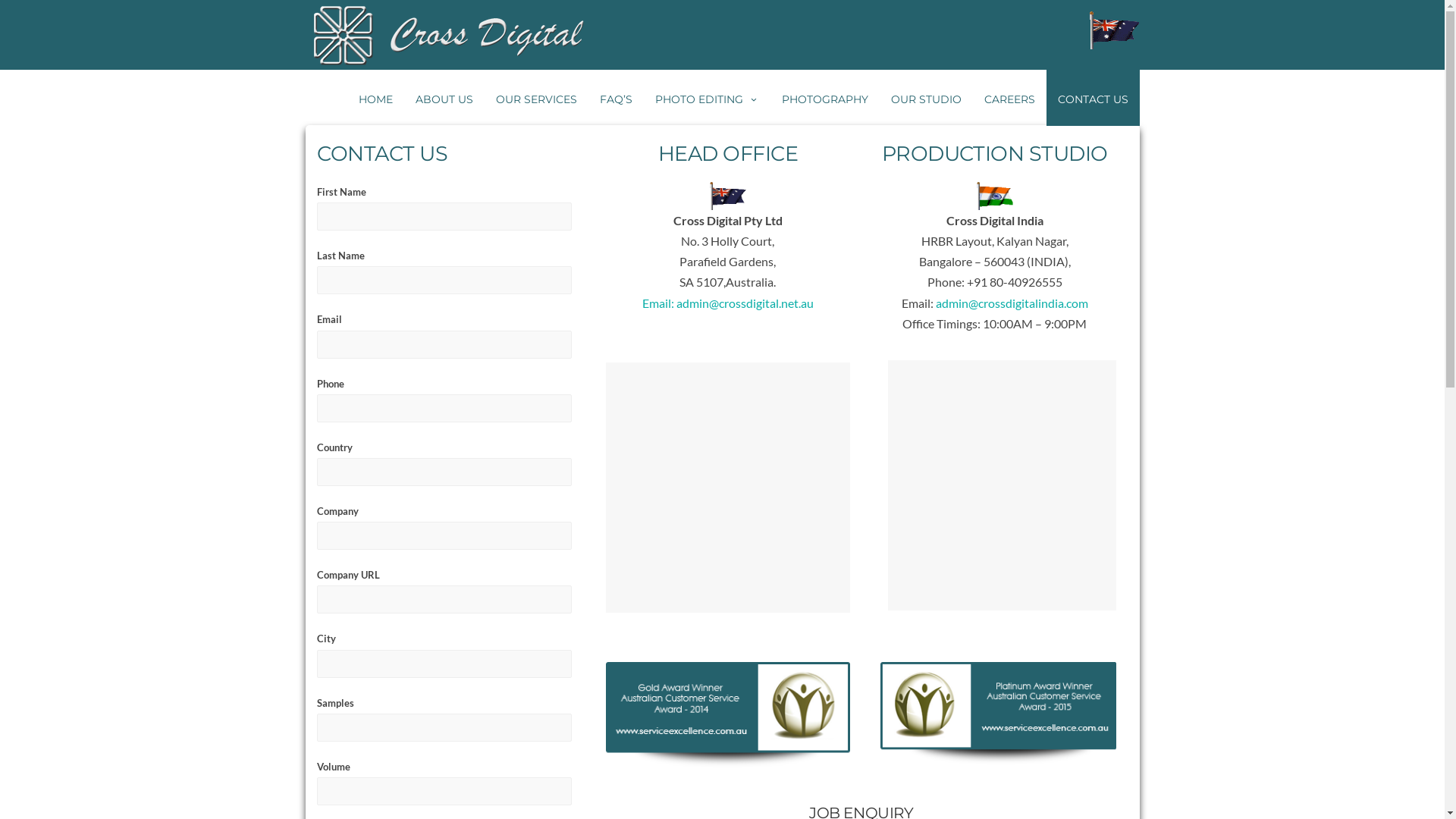 The width and height of the screenshot is (1456, 819). I want to click on 'OUR SERVICES', so click(535, 97).